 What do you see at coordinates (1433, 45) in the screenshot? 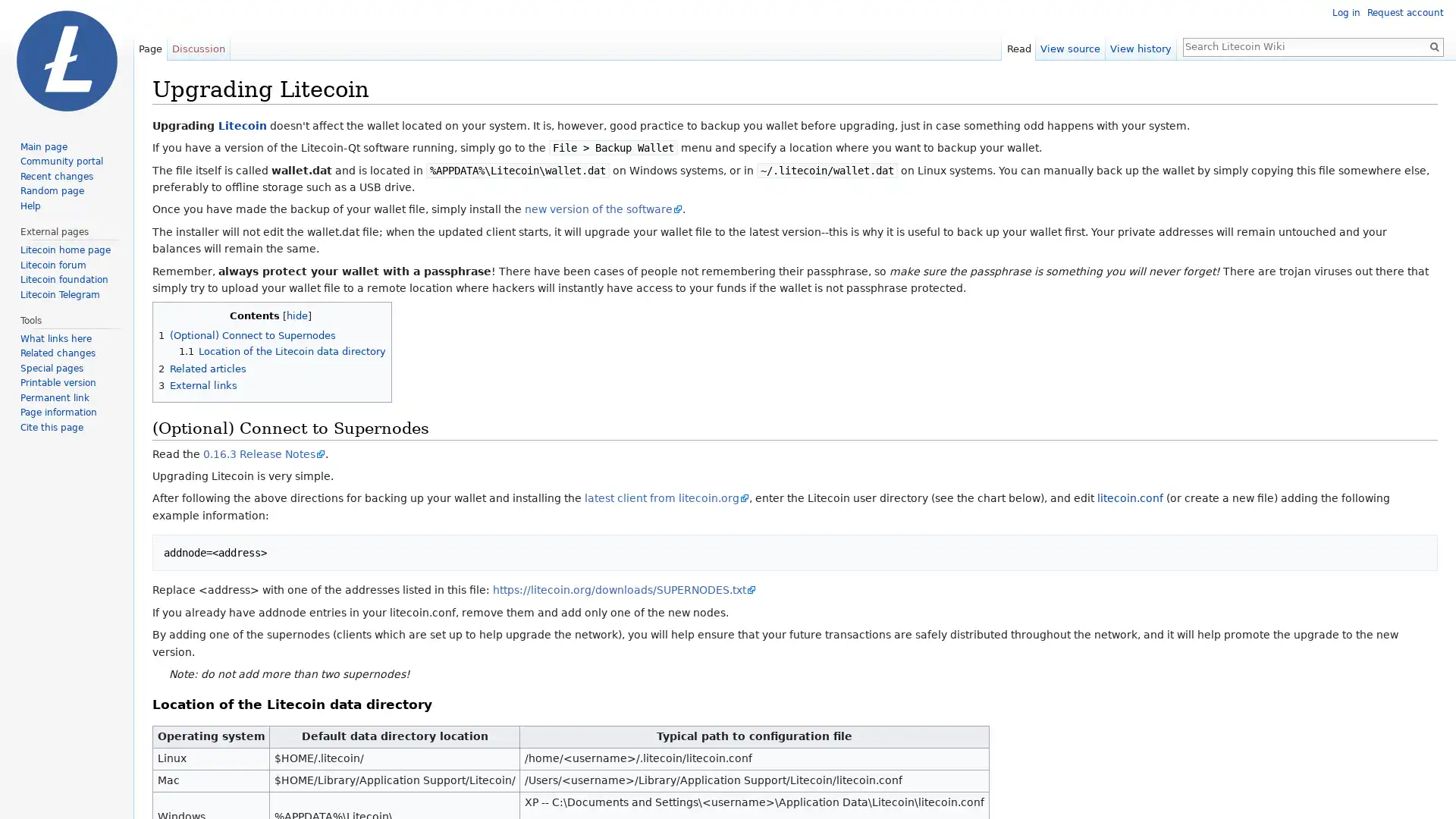
I see `Go` at bounding box center [1433, 45].